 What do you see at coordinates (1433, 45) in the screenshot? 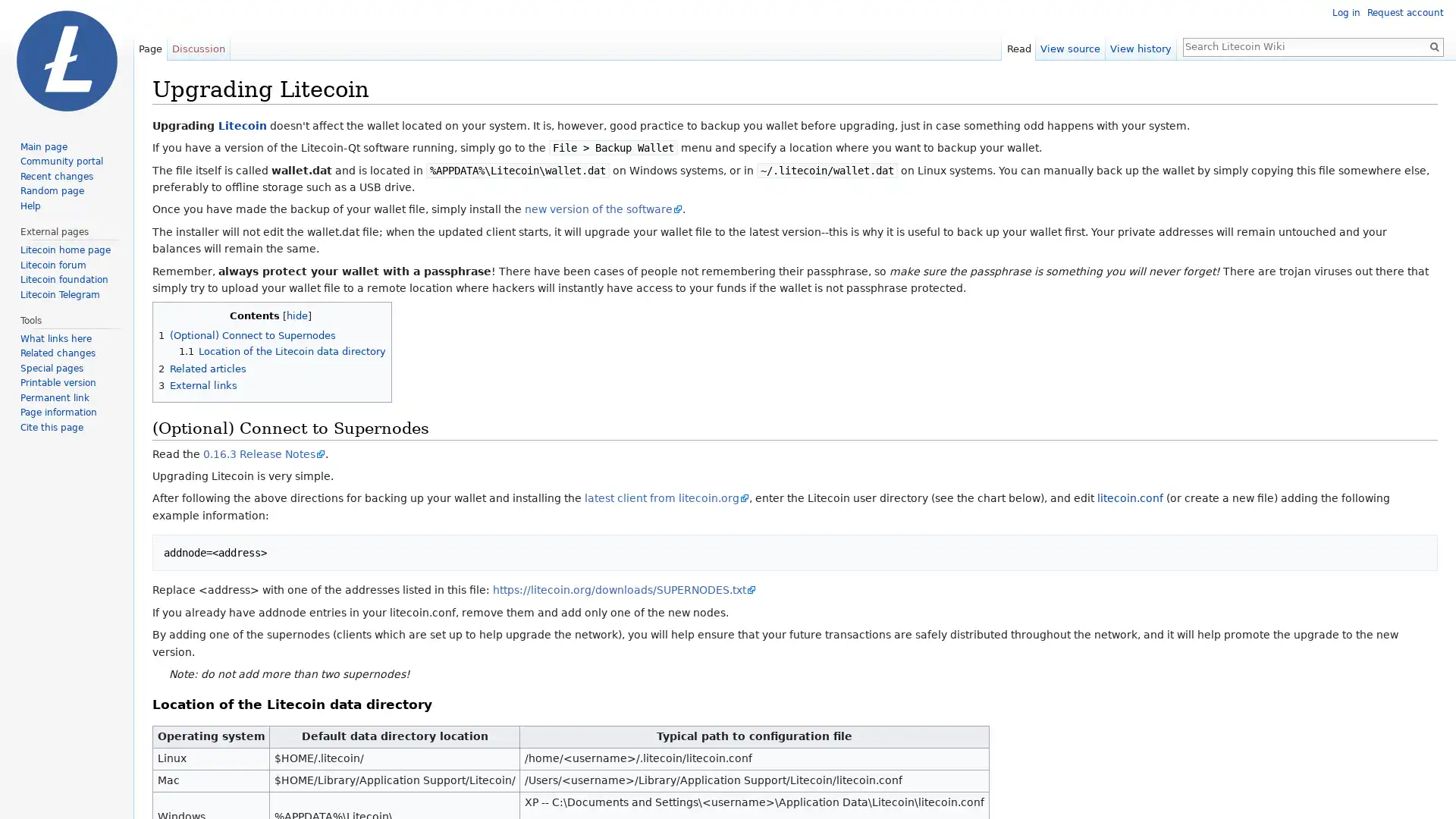
I see `Go` at bounding box center [1433, 45].